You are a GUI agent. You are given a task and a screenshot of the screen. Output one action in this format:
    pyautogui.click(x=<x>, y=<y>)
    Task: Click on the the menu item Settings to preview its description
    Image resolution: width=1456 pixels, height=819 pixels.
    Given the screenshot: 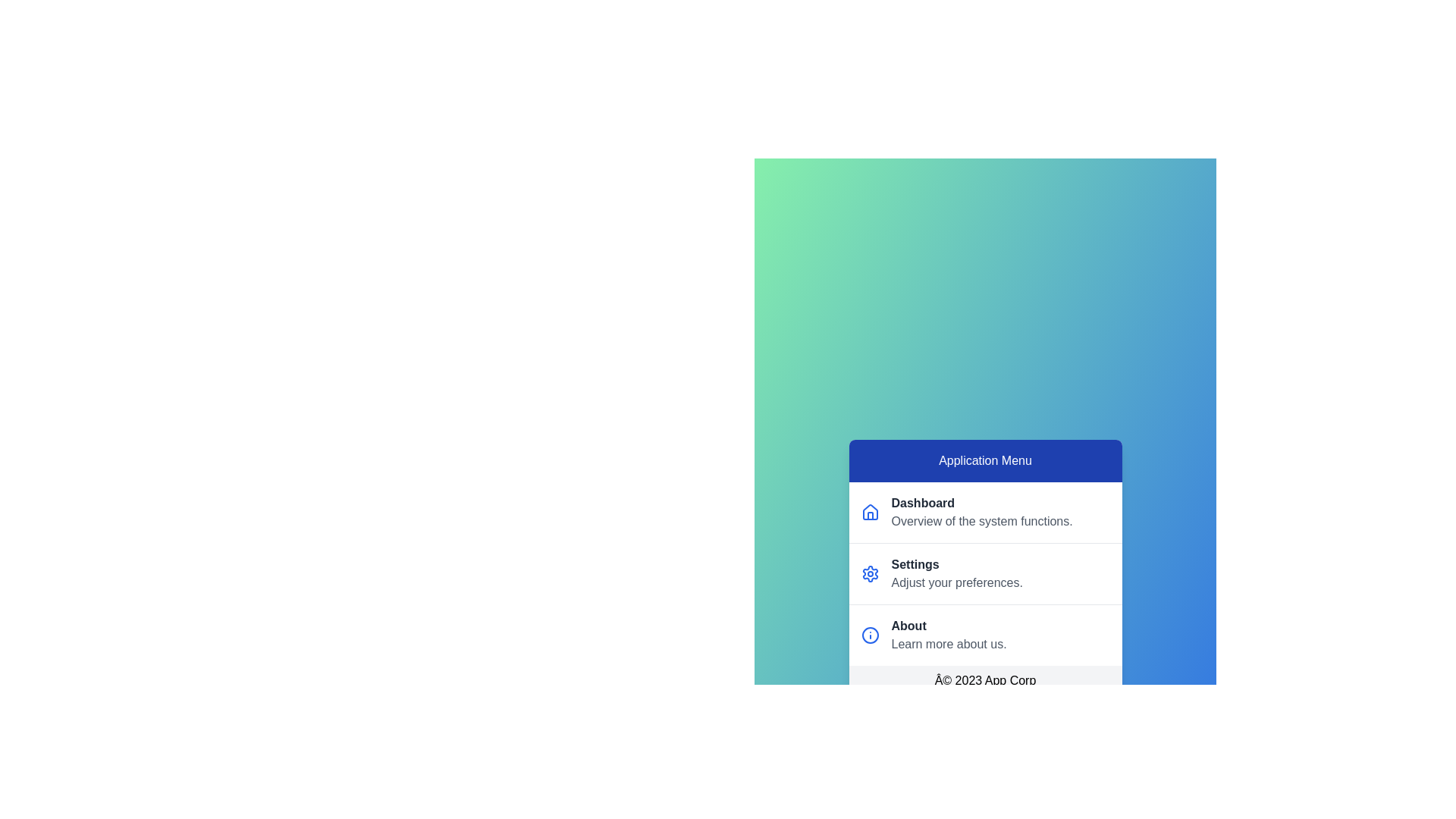 What is the action you would take?
    pyautogui.click(x=985, y=573)
    